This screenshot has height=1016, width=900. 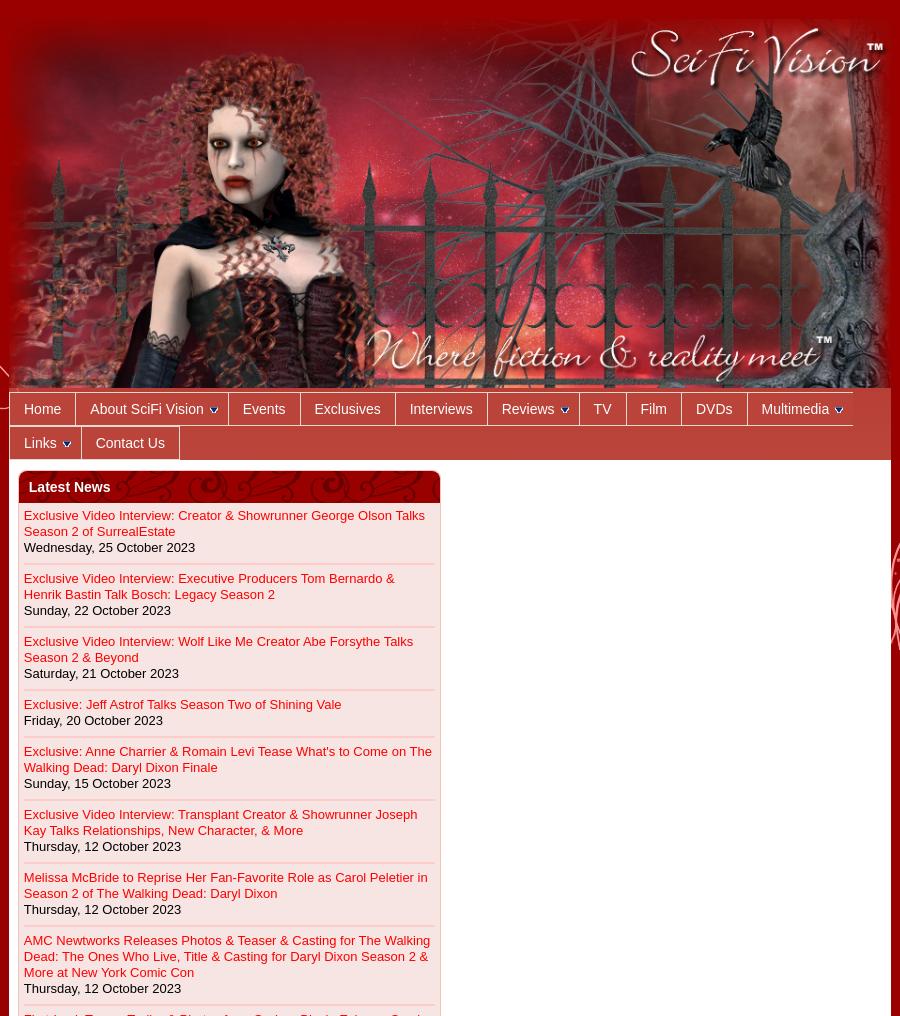 I want to click on 'Exclusive Video Interview: Transplant Creator & Showrunner Joseph Kay Talks Relationships, New Character, & More', so click(x=219, y=821).